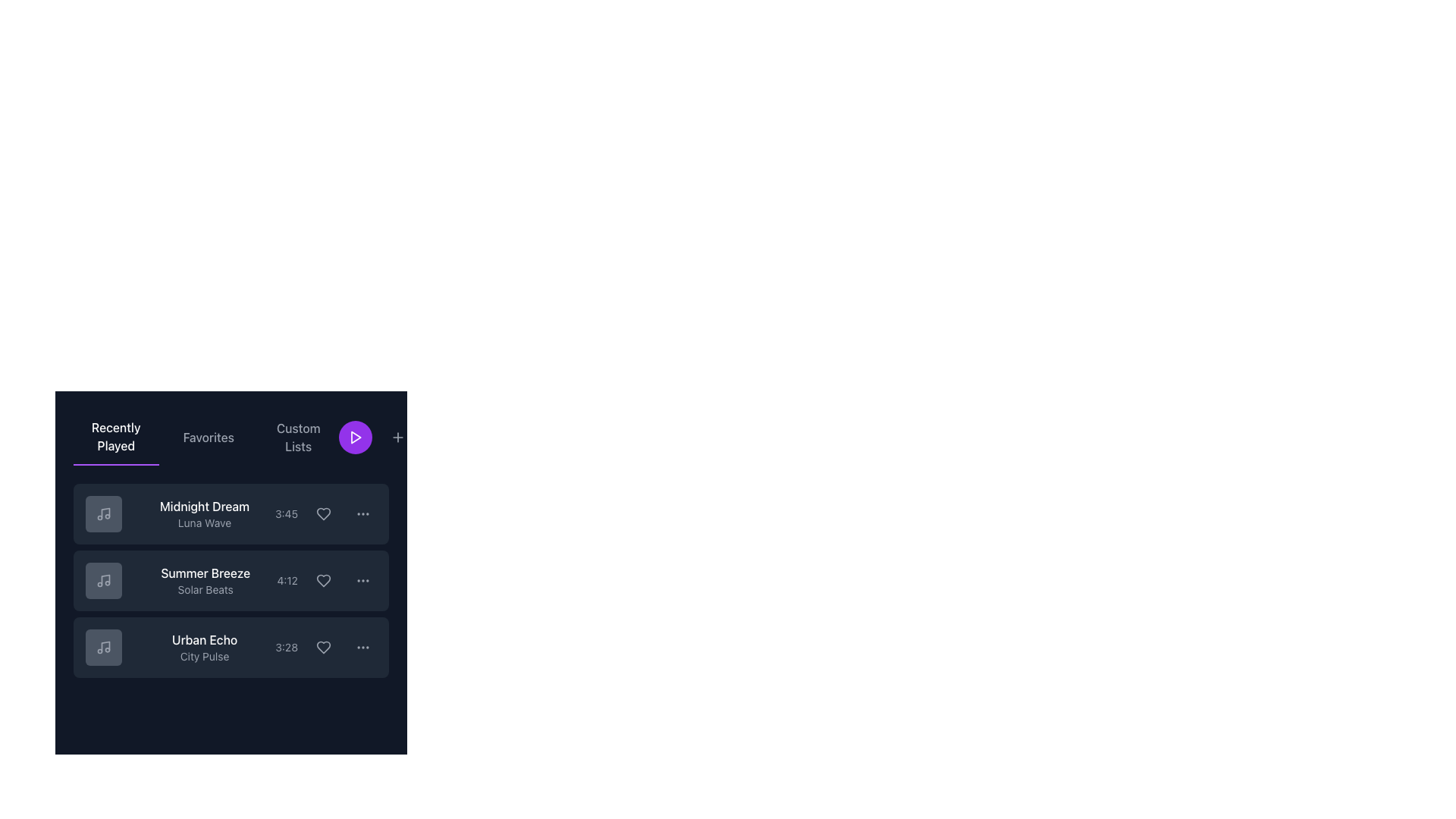 The image size is (1456, 819). What do you see at coordinates (354, 438) in the screenshot?
I see `the round purple button with a white play icon located at the top right corner of the interface` at bounding box center [354, 438].